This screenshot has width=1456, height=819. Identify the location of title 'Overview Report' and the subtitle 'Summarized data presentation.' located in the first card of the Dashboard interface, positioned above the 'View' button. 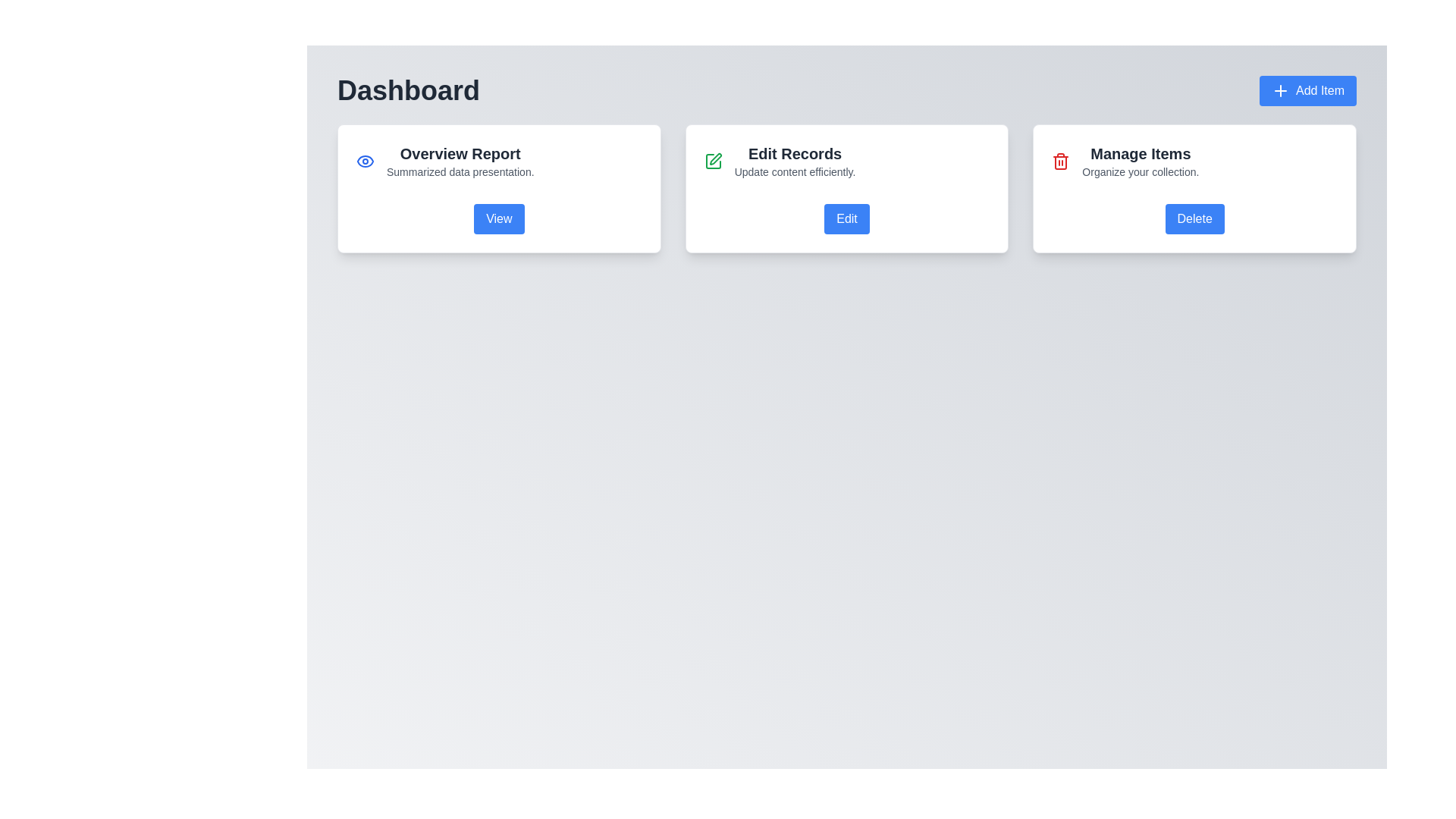
(460, 161).